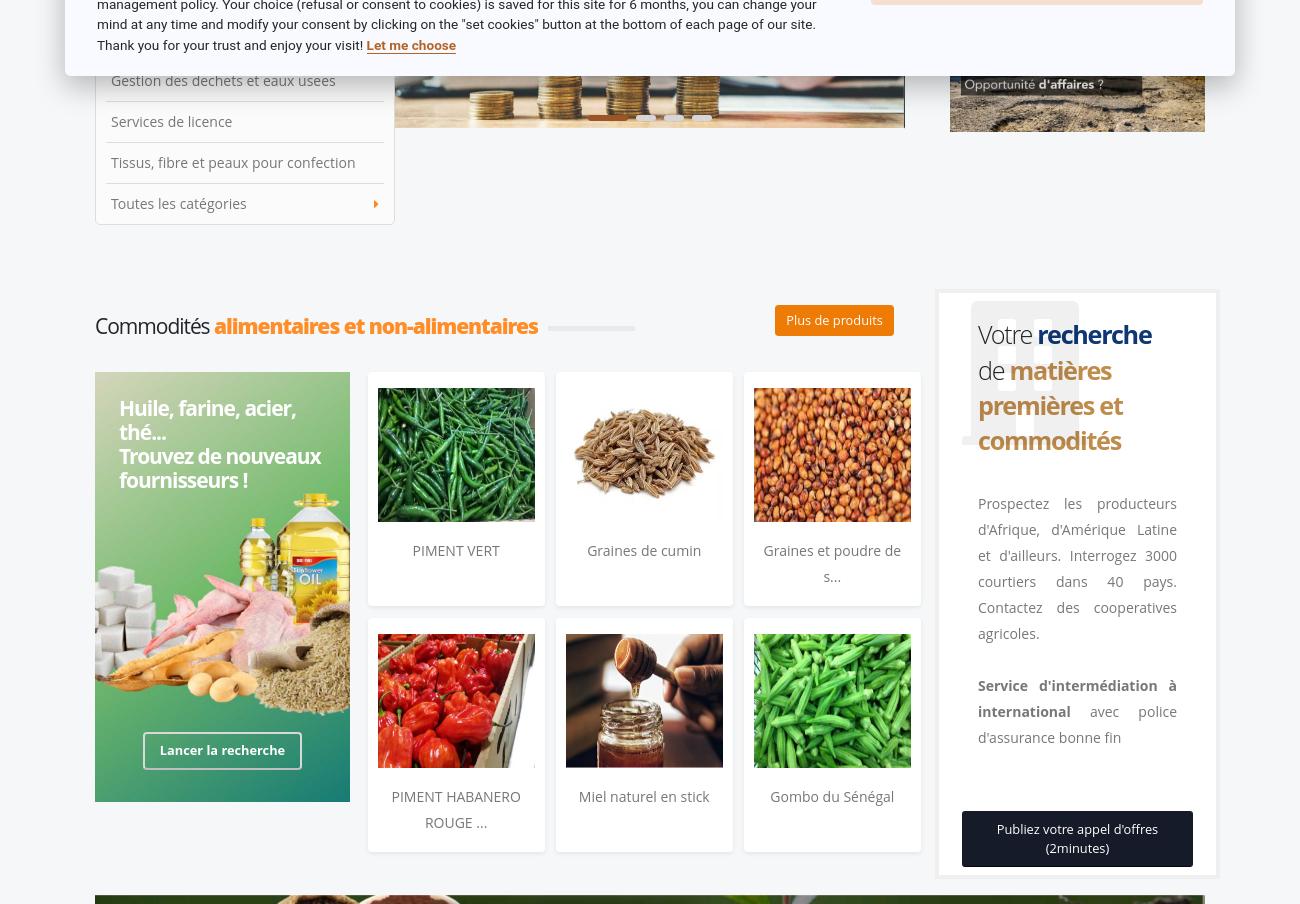  I want to click on 'Tissus, fibre et peaux pour confection', so click(110, 161).